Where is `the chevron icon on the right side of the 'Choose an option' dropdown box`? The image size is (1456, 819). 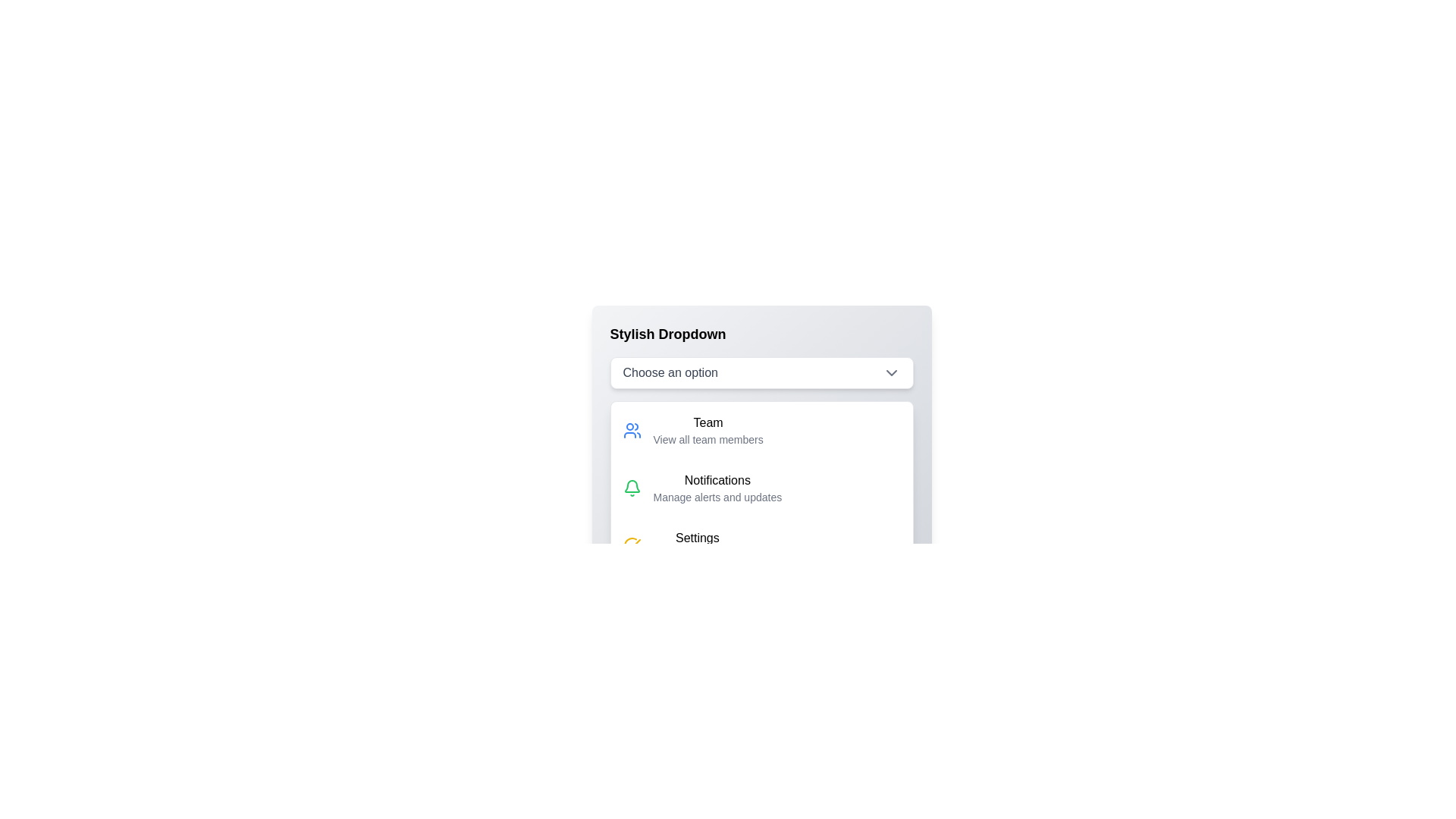 the chevron icon on the right side of the 'Choose an option' dropdown box is located at coordinates (891, 373).